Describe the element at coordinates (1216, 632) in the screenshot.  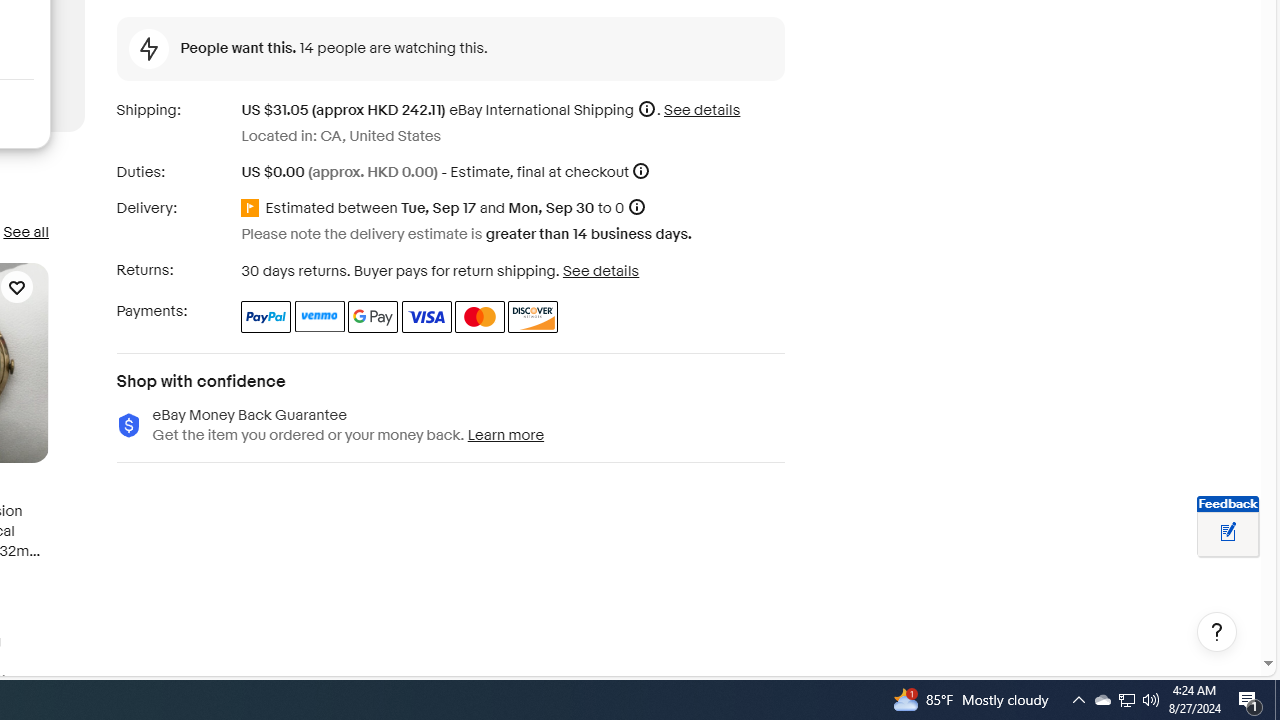
I see `'Help, opens dialogs'` at that location.